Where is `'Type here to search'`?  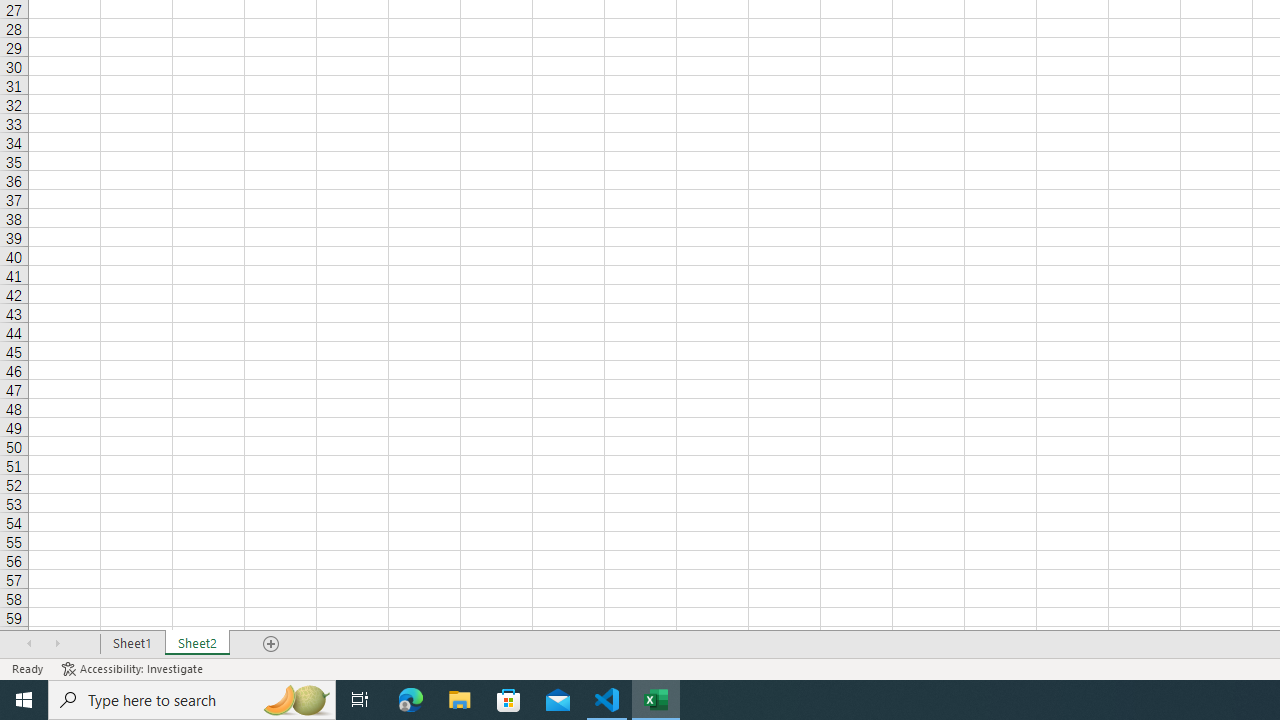
'Type here to search' is located at coordinates (192, 698).